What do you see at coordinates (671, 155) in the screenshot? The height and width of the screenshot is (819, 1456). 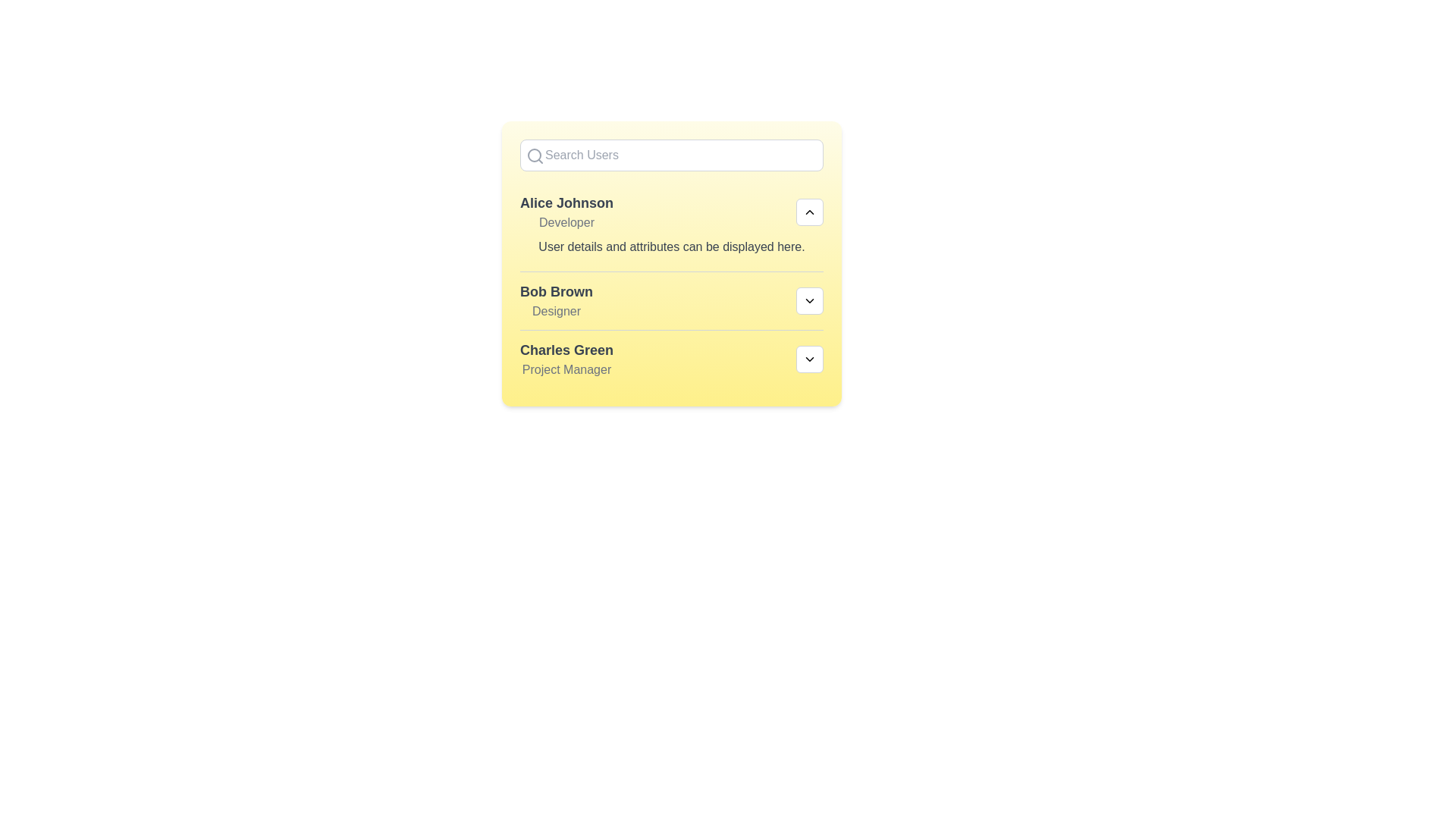 I see `the search input field and type 'Alice'` at bounding box center [671, 155].